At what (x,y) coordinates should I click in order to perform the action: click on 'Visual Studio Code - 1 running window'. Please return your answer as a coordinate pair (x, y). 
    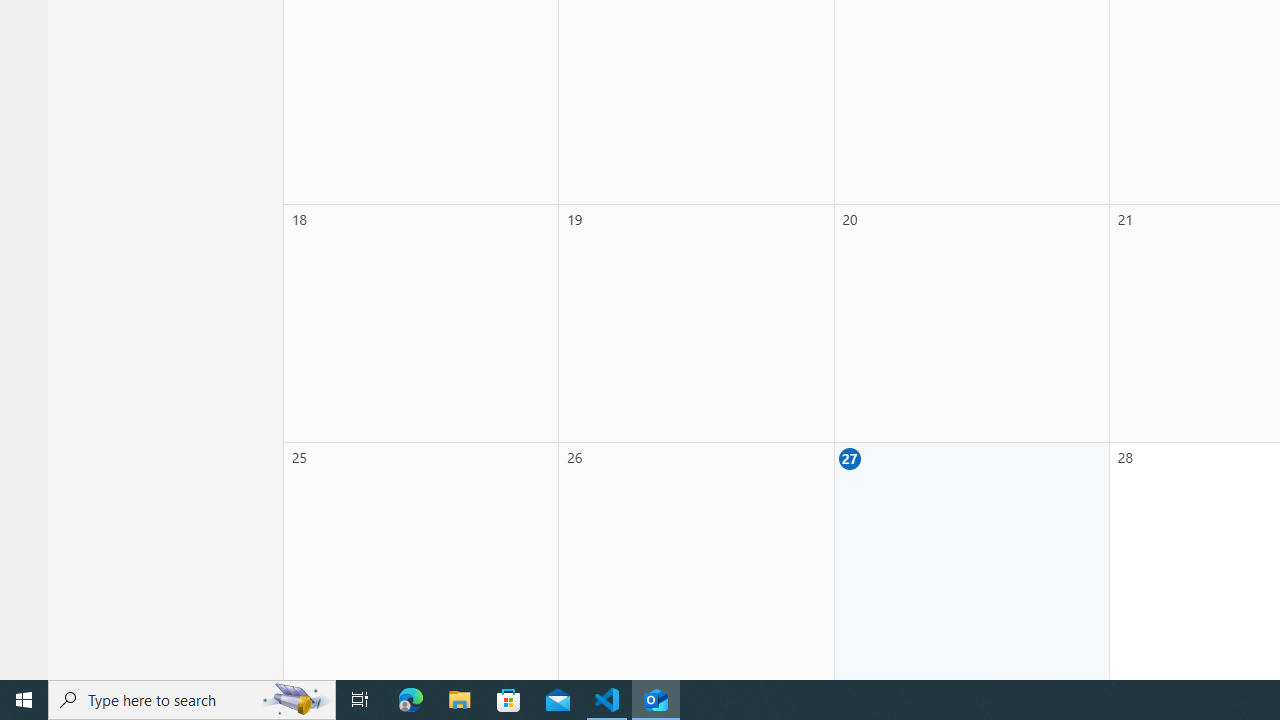
    Looking at the image, I should click on (606, 698).